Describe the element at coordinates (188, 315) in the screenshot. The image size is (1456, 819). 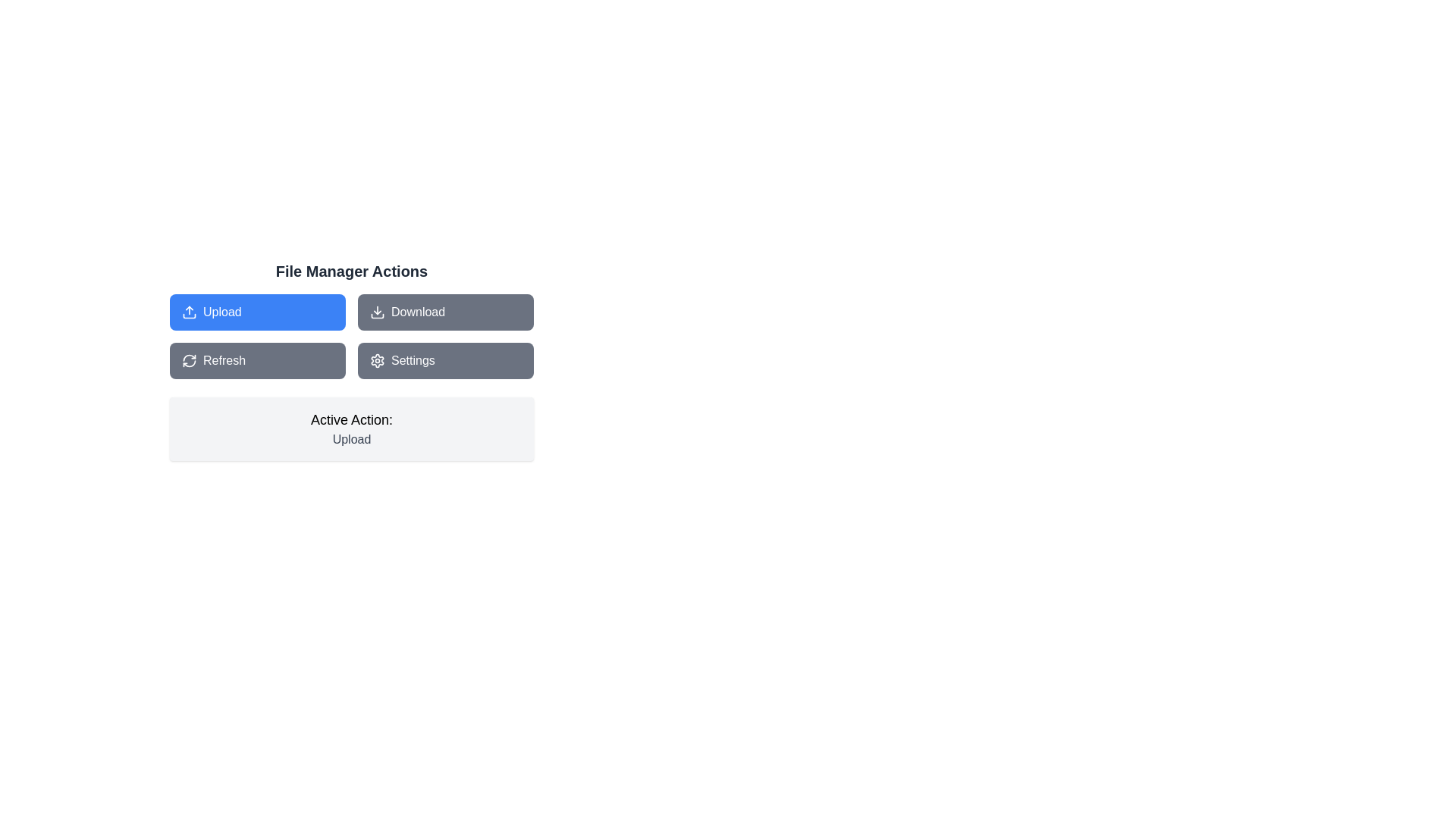
I see `the lower section of the upload icon, which is part of the blue 'Upload' button in the top row of the 'File Manager Actions' section` at that location.